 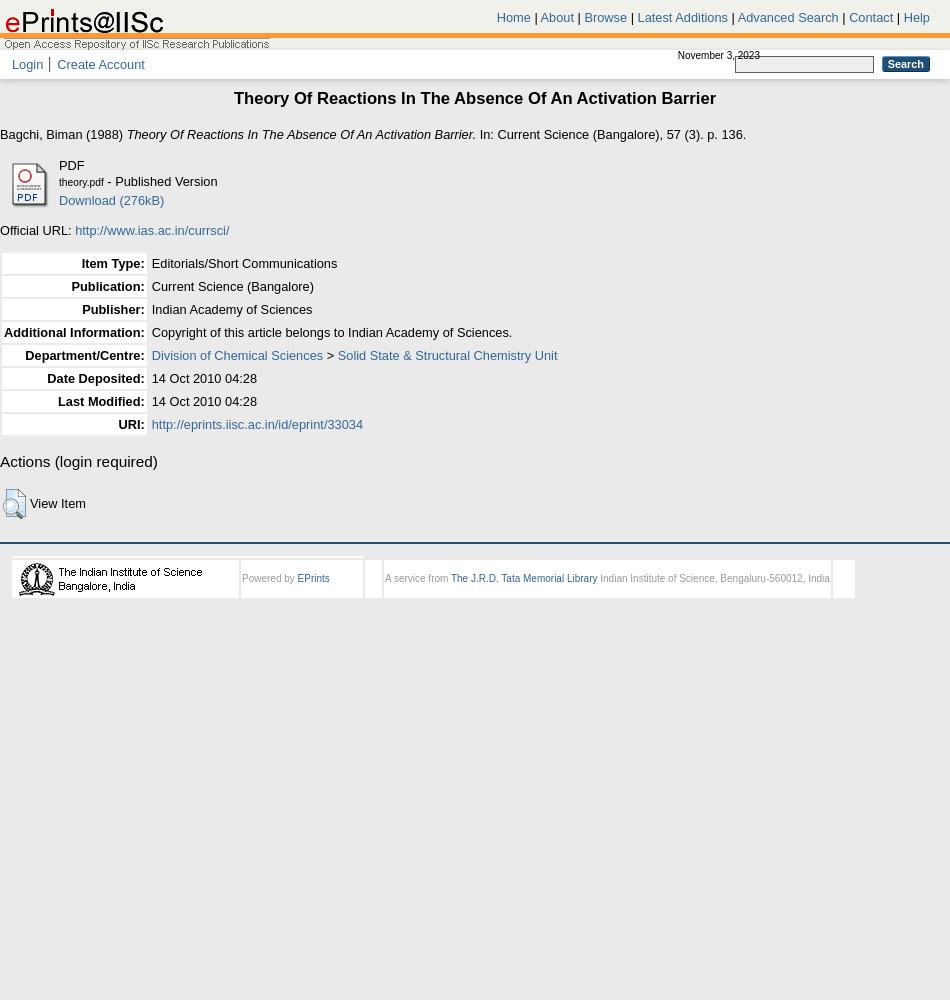 I want to click on 'Theory Of Reactions In The Absence Of An Activation Barrier.', so click(x=299, y=133).